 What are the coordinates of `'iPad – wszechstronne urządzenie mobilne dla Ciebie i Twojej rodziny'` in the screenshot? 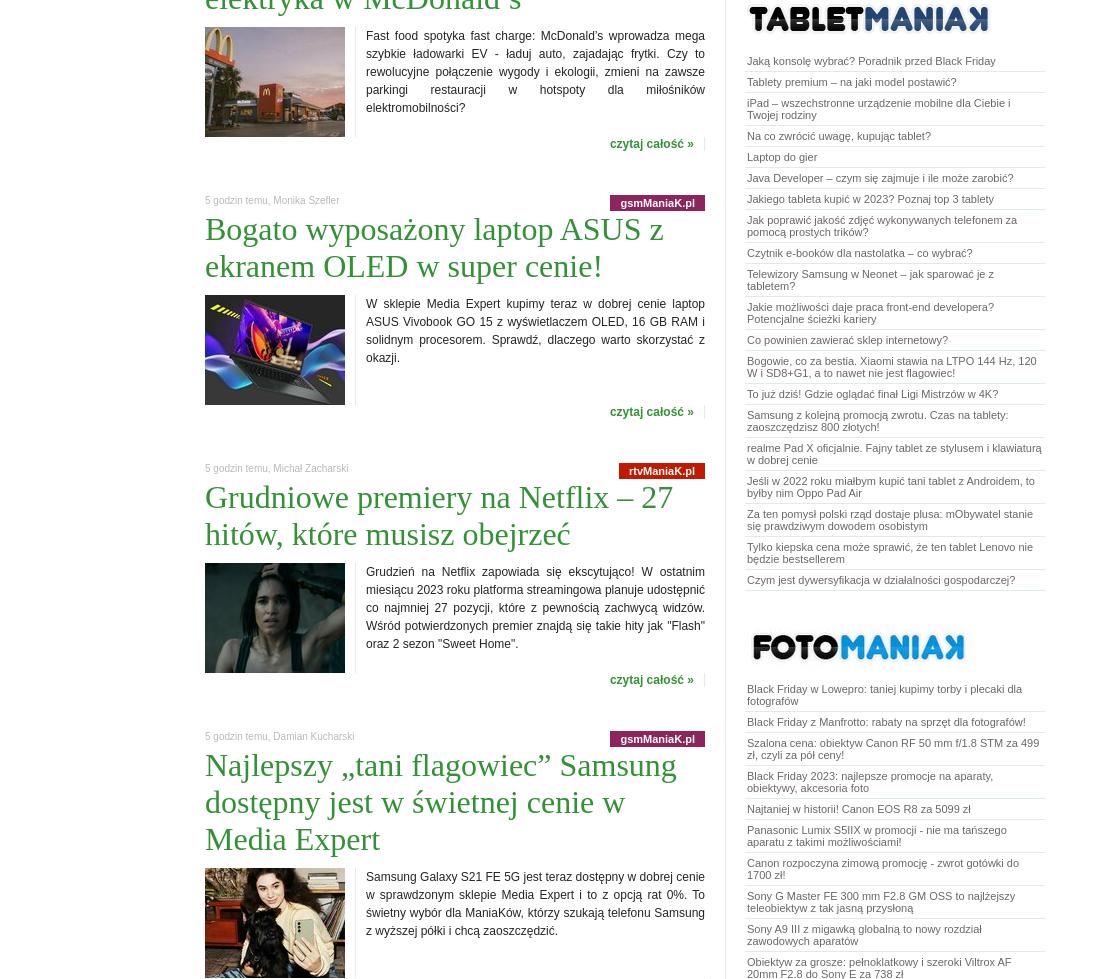 It's located at (877, 108).